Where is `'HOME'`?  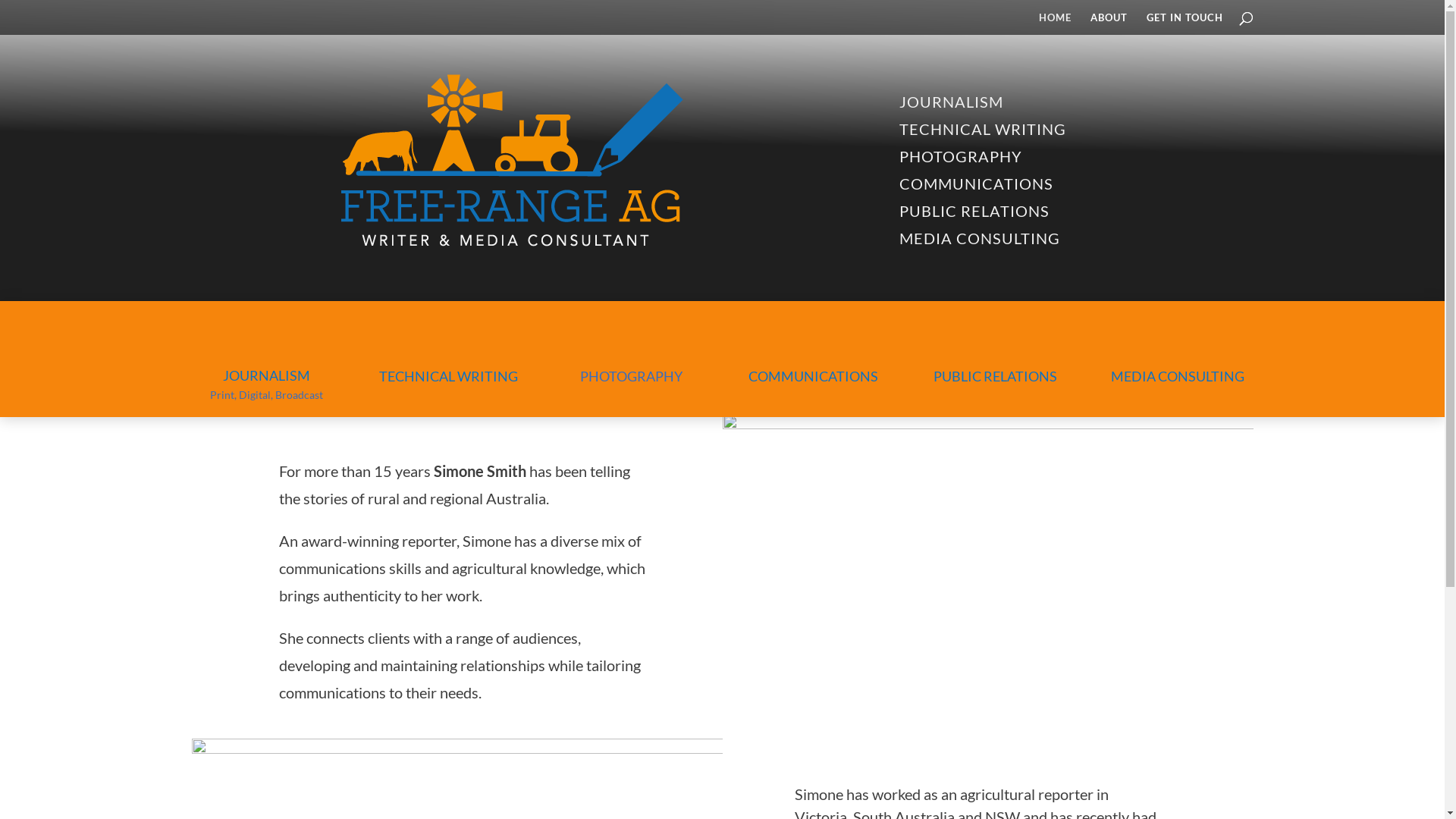 'HOME' is located at coordinates (1037, 23).